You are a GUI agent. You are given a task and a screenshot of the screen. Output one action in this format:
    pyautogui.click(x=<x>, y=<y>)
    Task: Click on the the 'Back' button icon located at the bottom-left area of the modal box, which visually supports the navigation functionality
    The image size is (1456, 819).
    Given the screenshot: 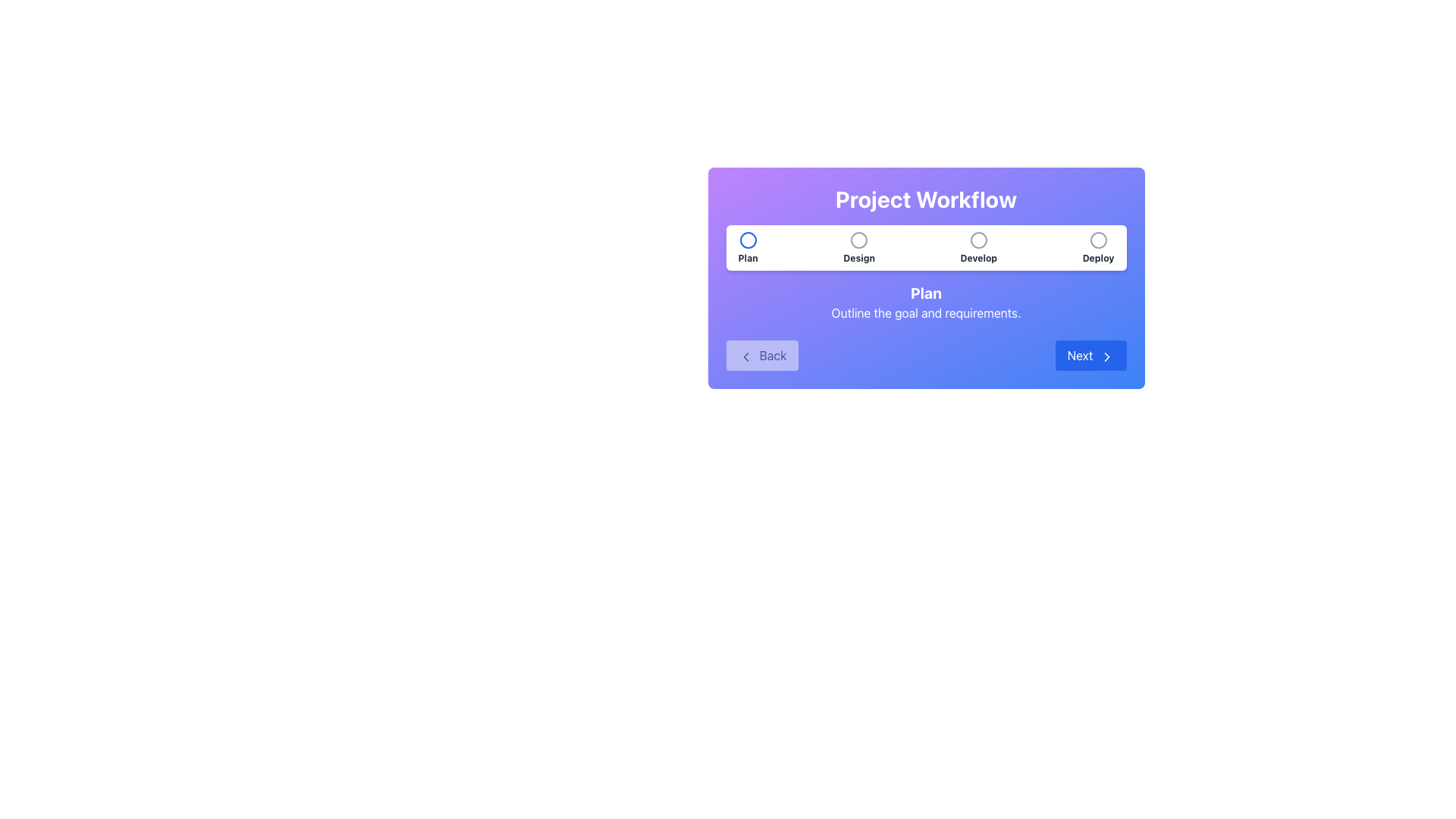 What is the action you would take?
    pyautogui.click(x=745, y=356)
    